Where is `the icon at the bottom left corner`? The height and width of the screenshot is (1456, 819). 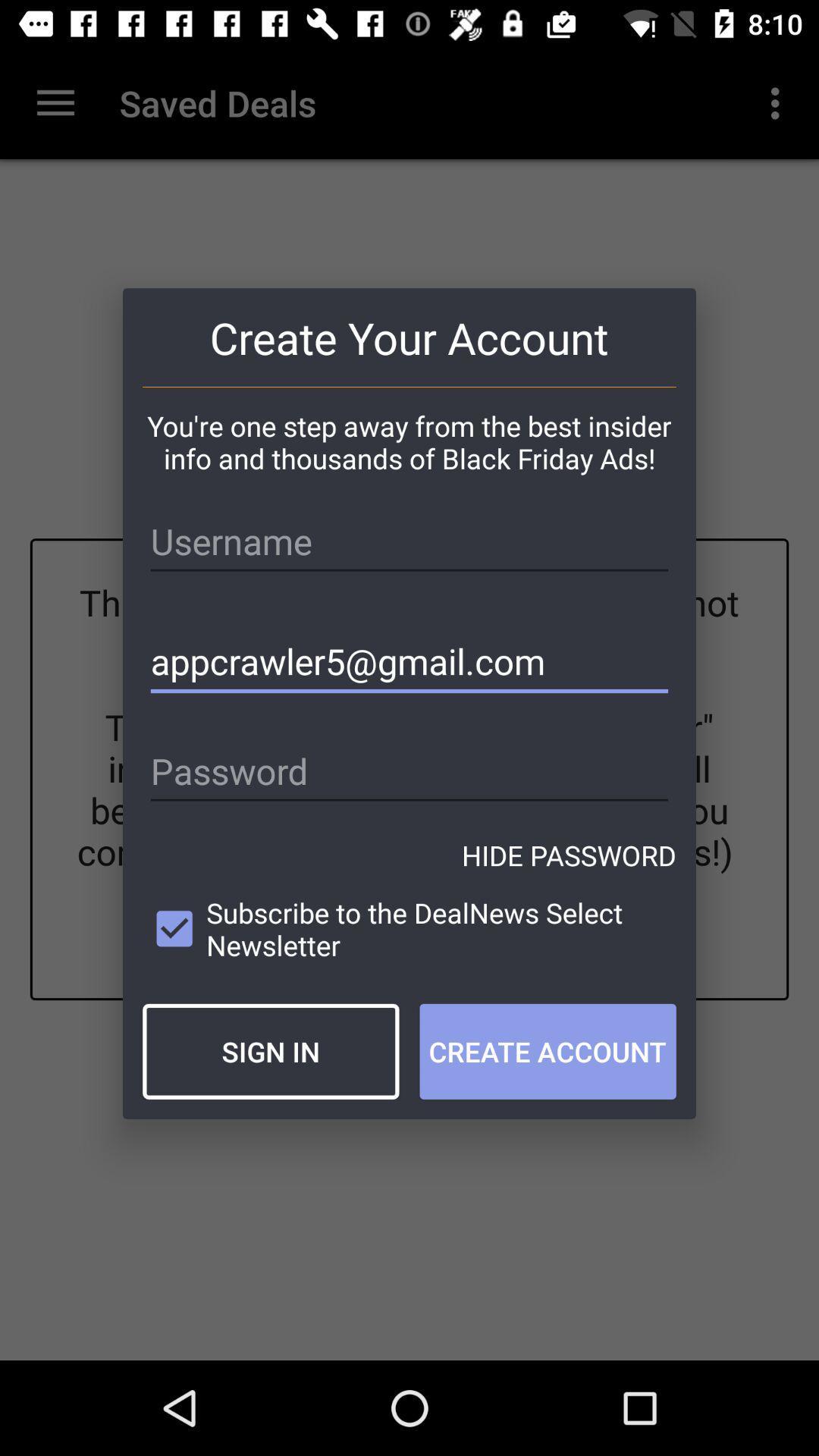 the icon at the bottom left corner is located at coordinates (270, 1050).